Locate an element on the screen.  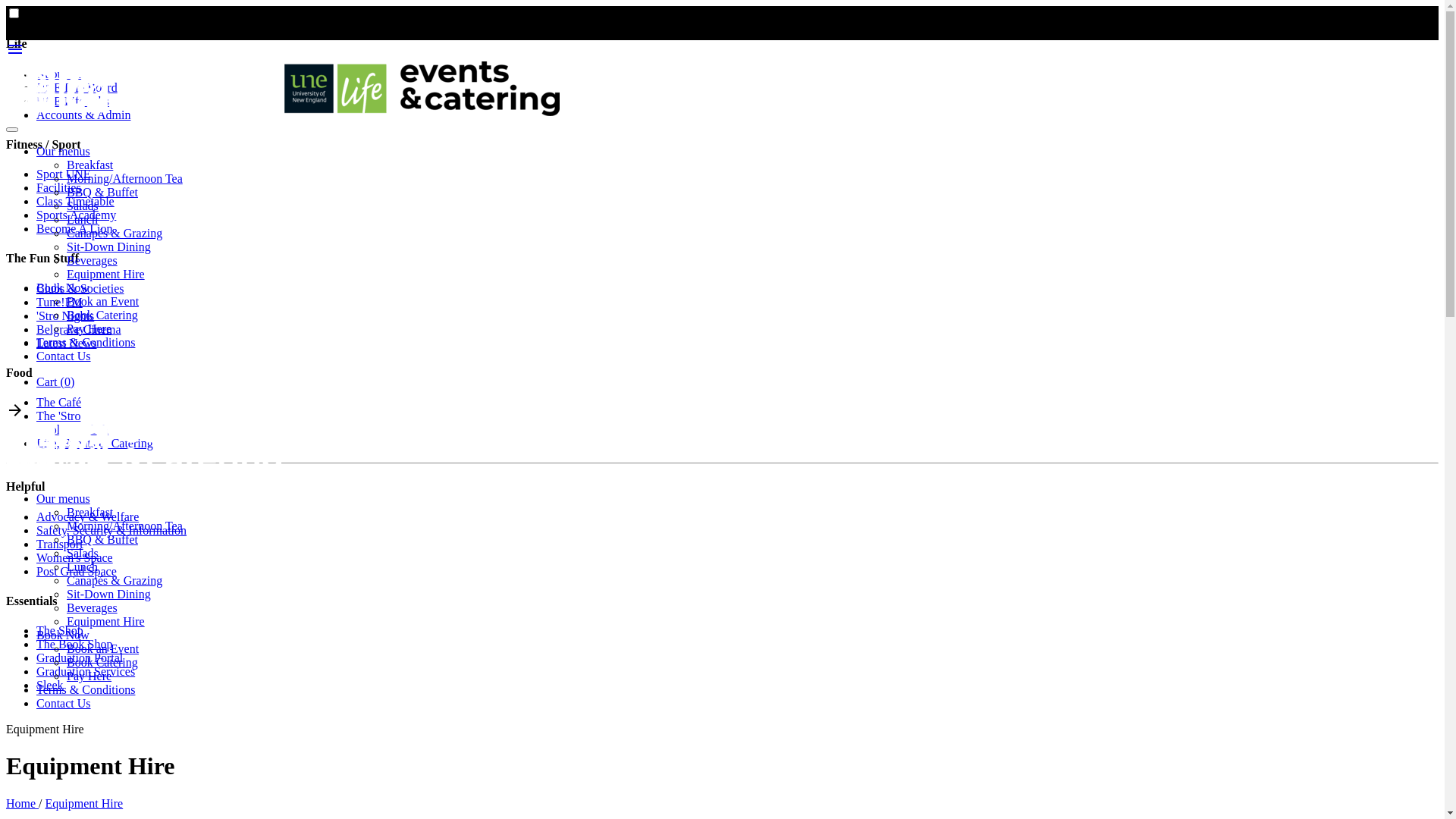
'Women's Space' is located at coordinates (74, 557).